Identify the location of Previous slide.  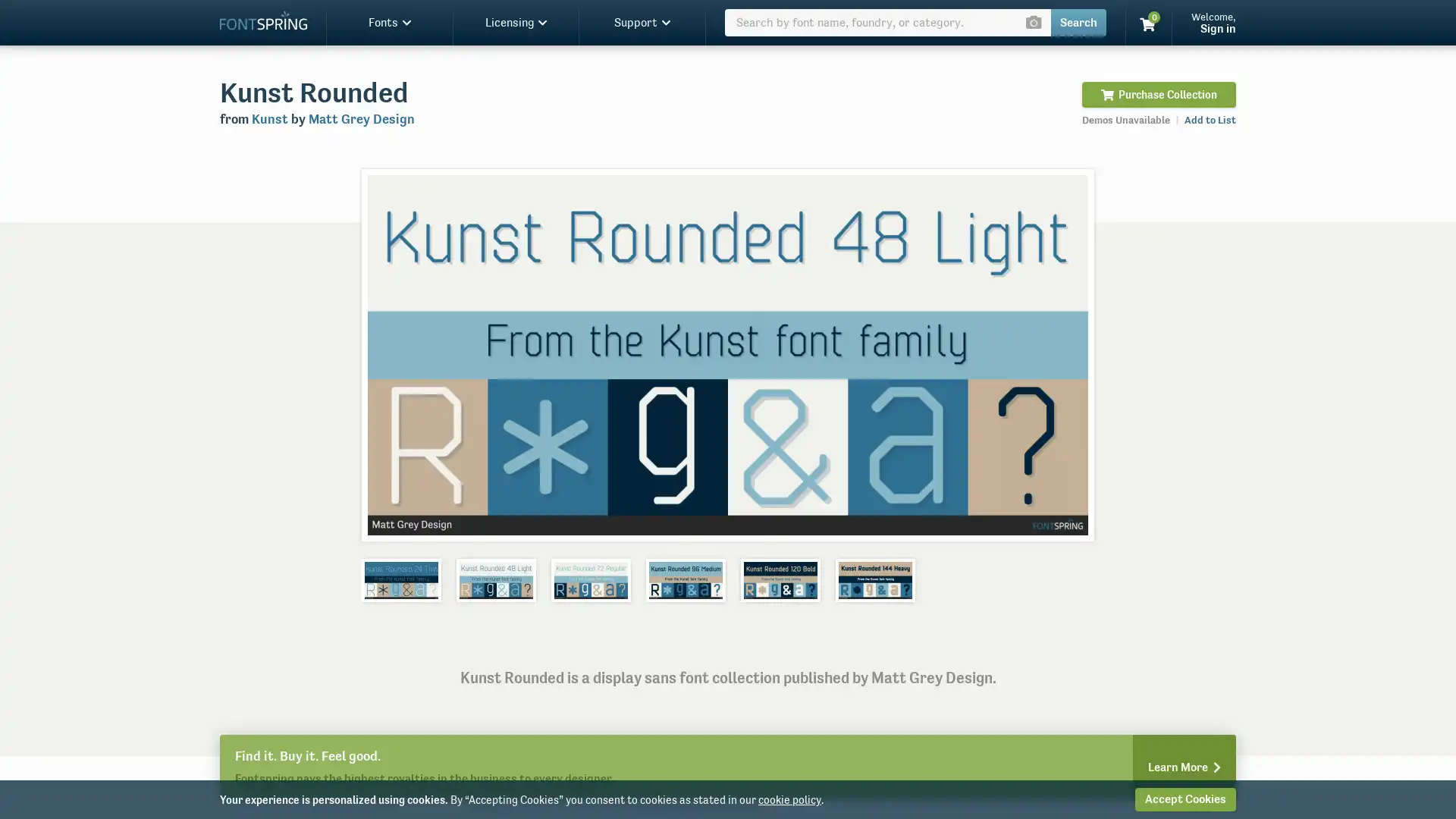
(389, 354).